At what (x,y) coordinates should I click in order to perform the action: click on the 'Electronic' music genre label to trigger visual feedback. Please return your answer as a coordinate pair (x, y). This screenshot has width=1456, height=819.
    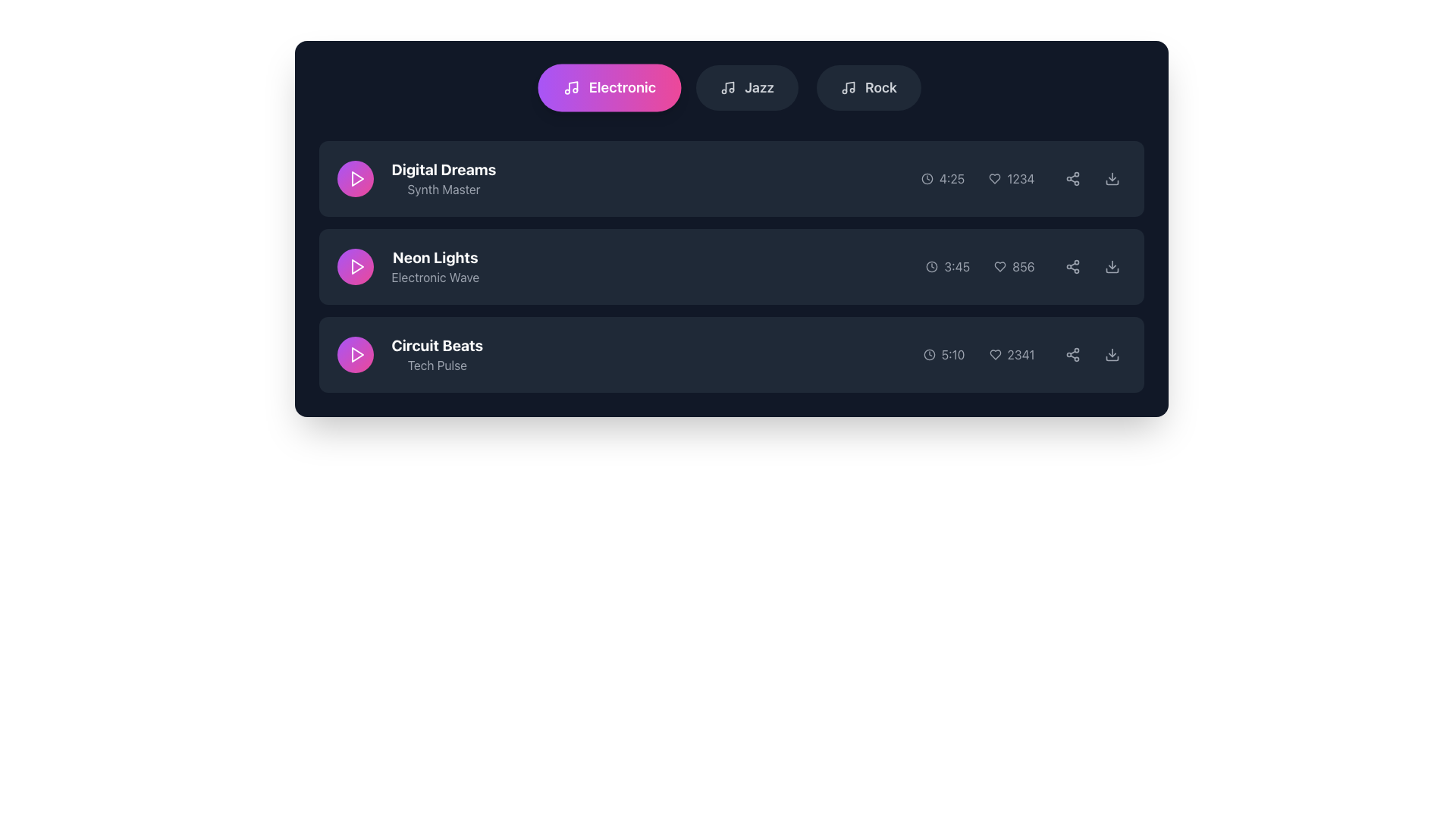
    Looking at the image, I should click on (622, 87).